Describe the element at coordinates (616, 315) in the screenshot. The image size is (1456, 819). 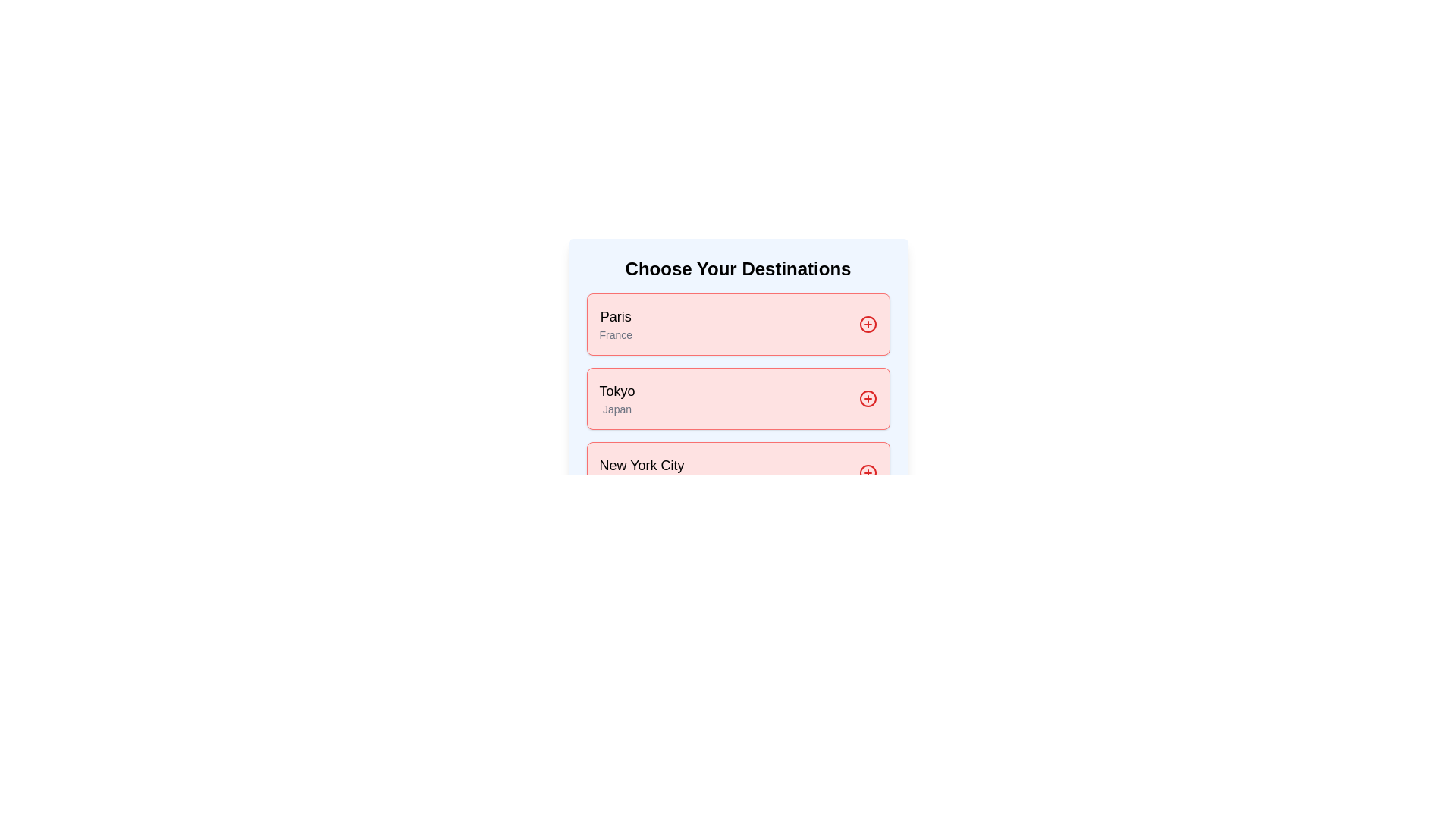
I see `the text label representing the destination 'Paris' located at the top left corner of the first block in the vertical list of destination cards` at that location.